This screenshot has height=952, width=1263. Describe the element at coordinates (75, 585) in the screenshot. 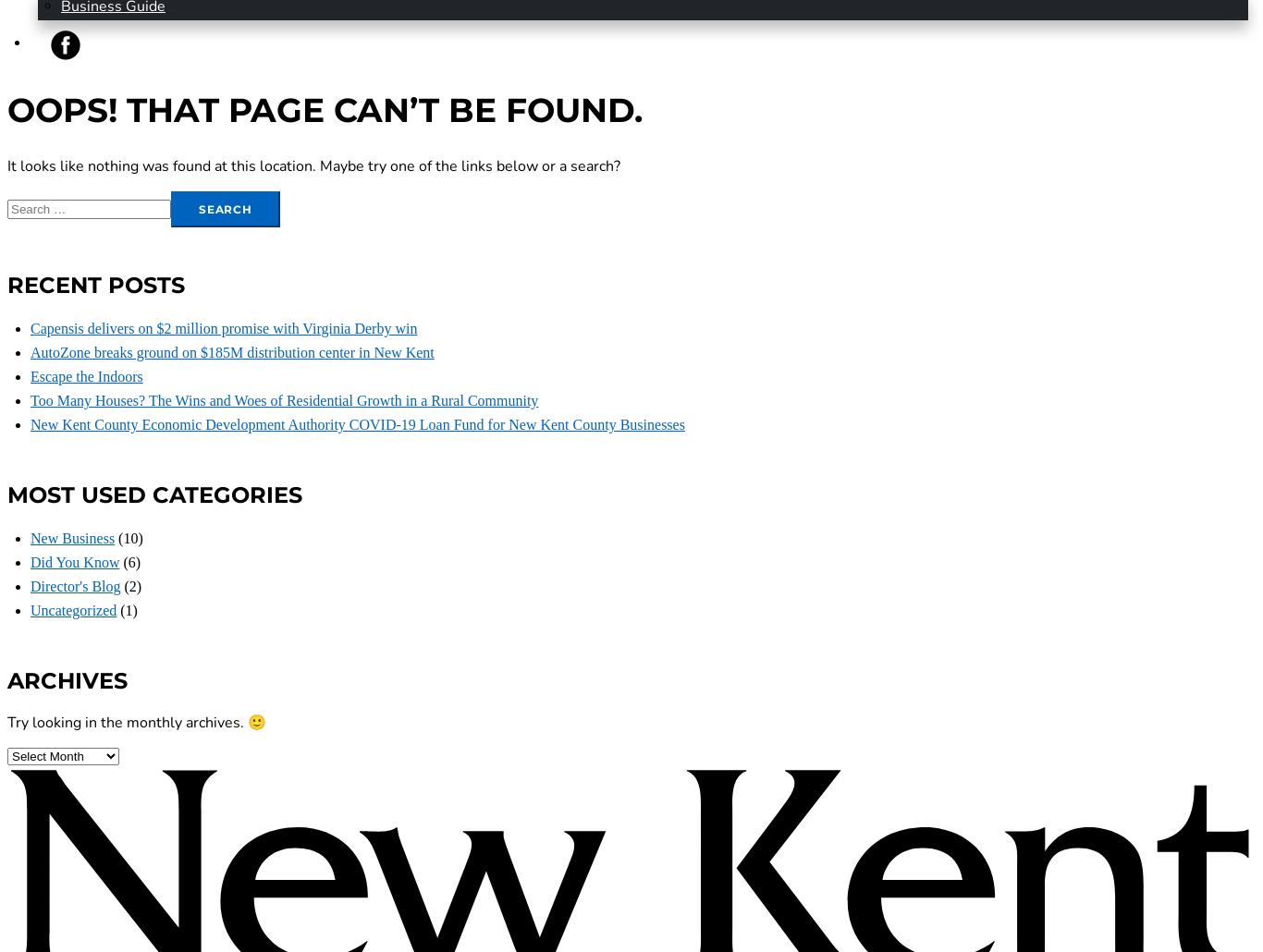

I see `'Director's Blog'` at that location.